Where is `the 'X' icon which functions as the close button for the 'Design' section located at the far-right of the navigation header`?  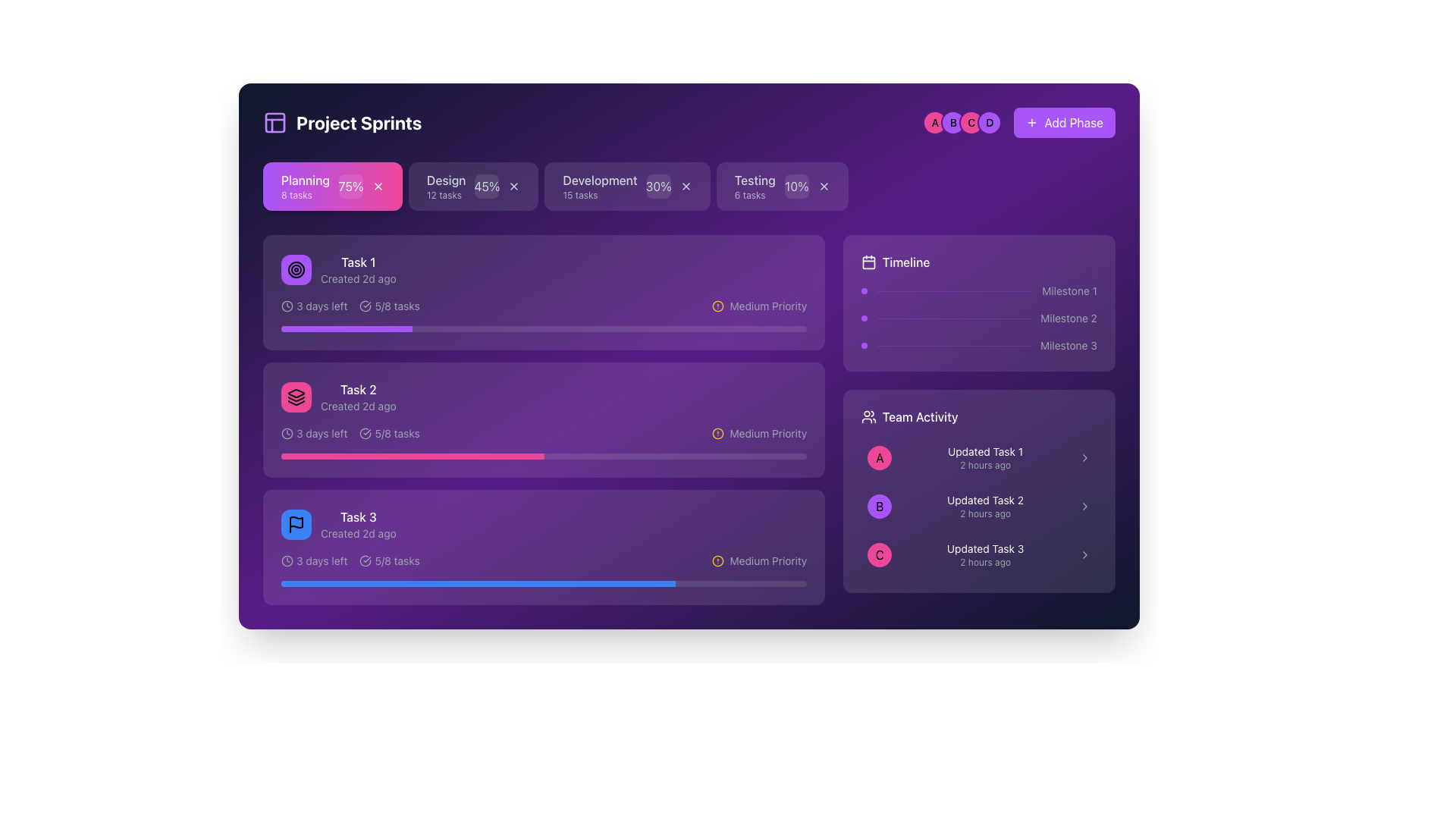
the 'X' icon which functions as the close button for the 'Design' section located at the far-right of the navigation header is located at coordinates (514, 186).